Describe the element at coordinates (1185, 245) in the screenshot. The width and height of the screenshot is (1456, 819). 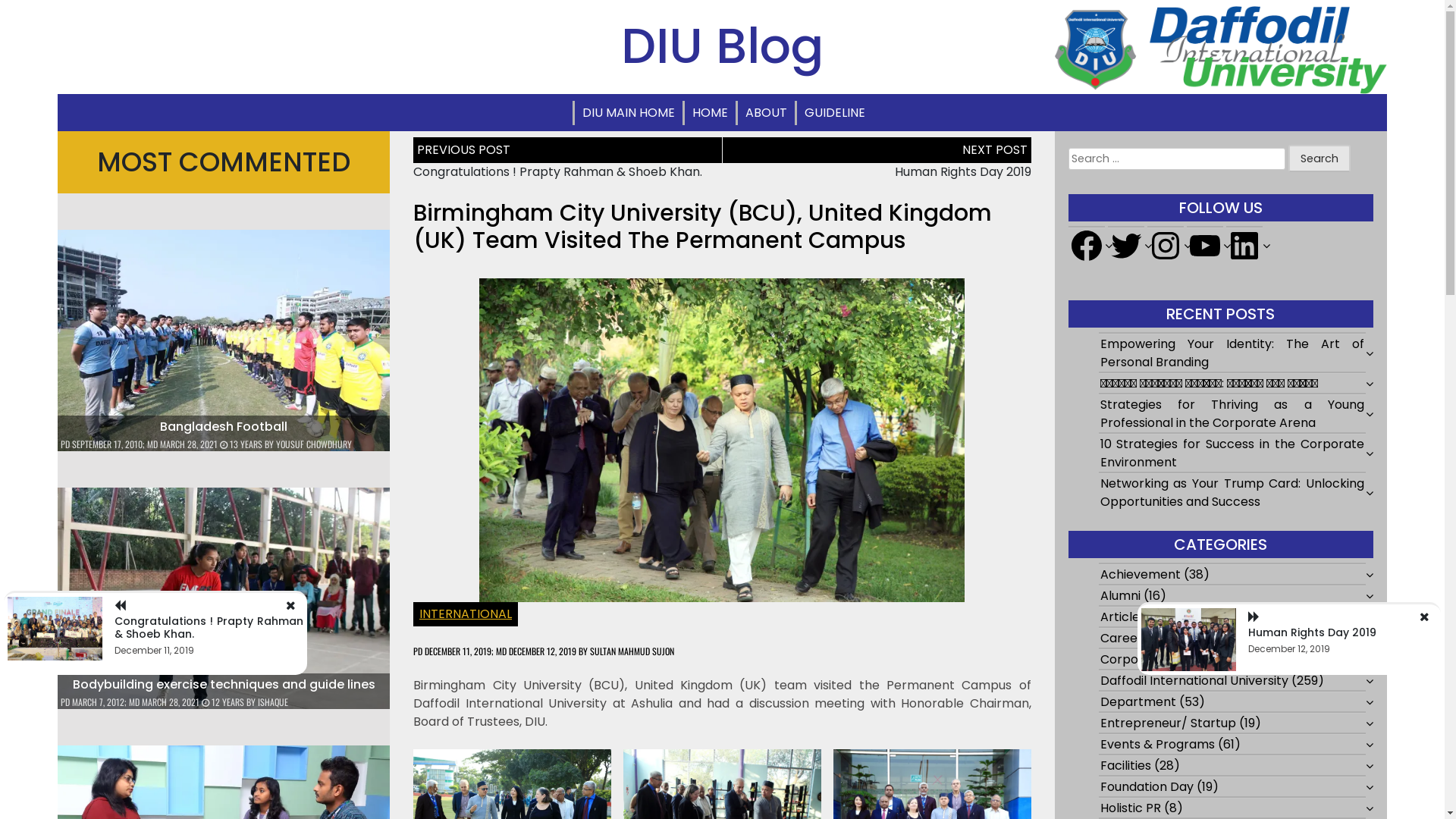
I see `'YouTube'` at that location.